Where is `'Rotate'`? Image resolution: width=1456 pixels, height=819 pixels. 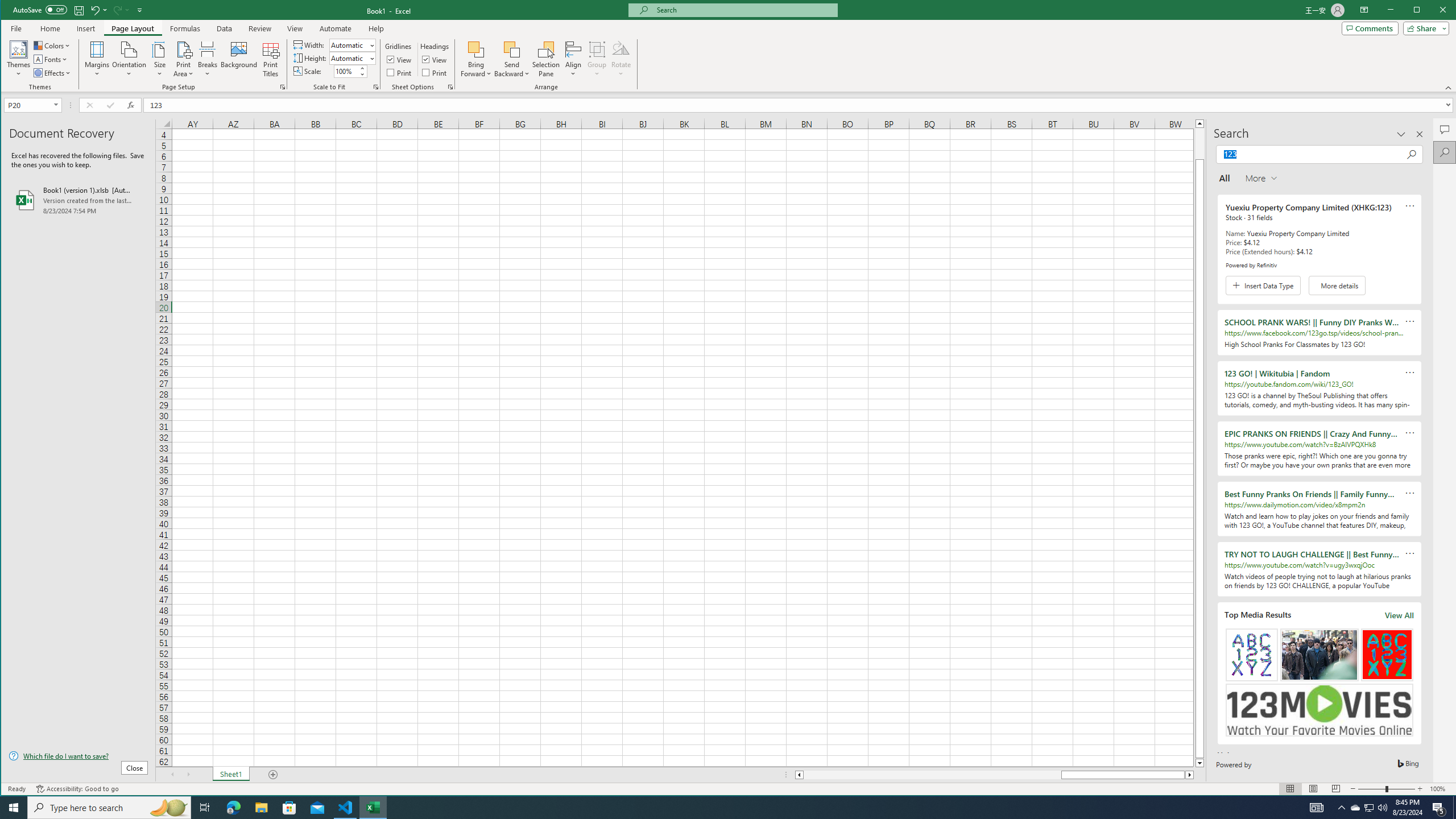
'Rotate' is located at coordinates (621, 59).